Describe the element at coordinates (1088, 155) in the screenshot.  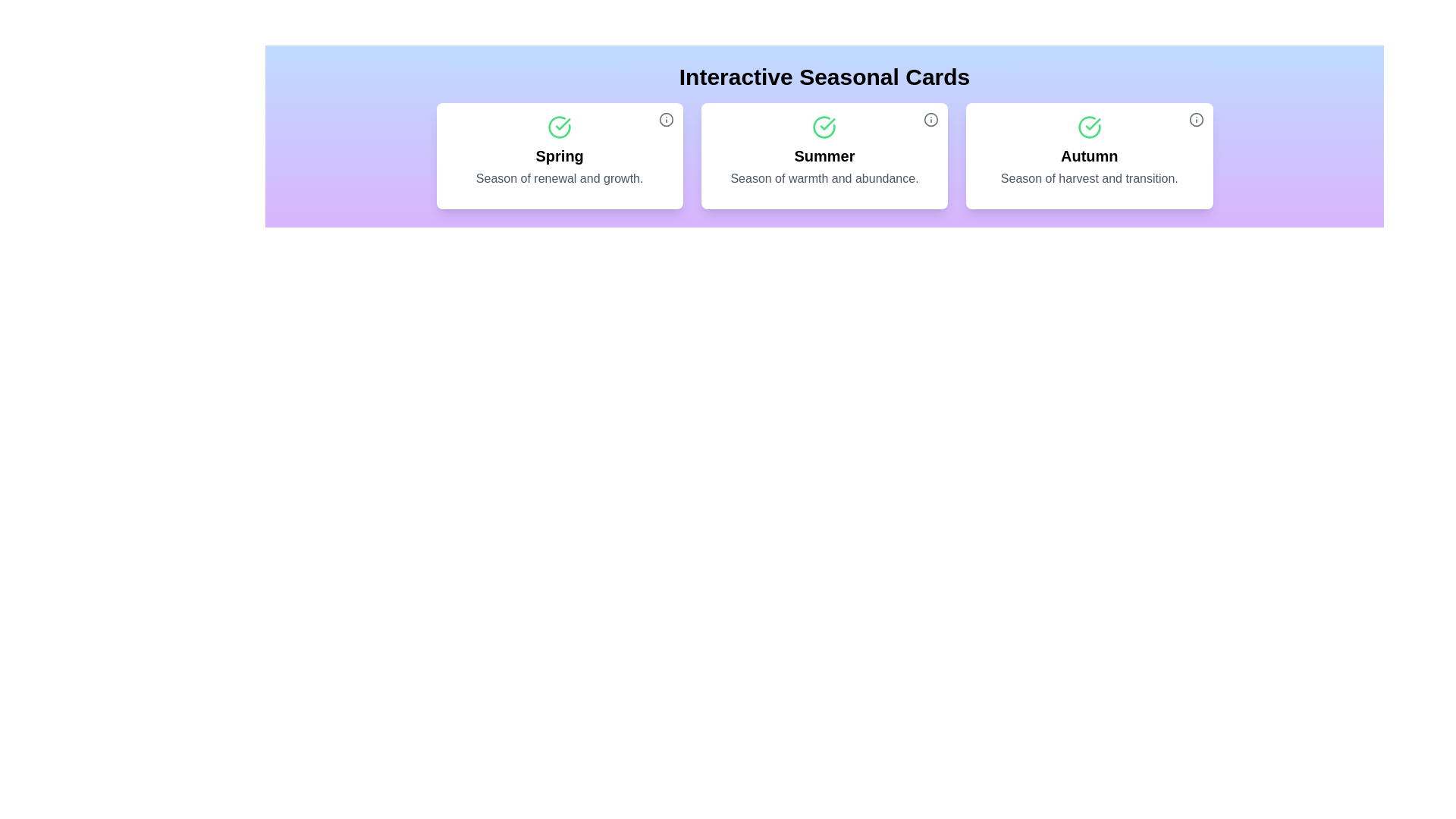
I see `the Information card displaying 'Autumn' with a green checkmark icon, positioned in the grid layout, by moving the cursor to its center point` at that location.